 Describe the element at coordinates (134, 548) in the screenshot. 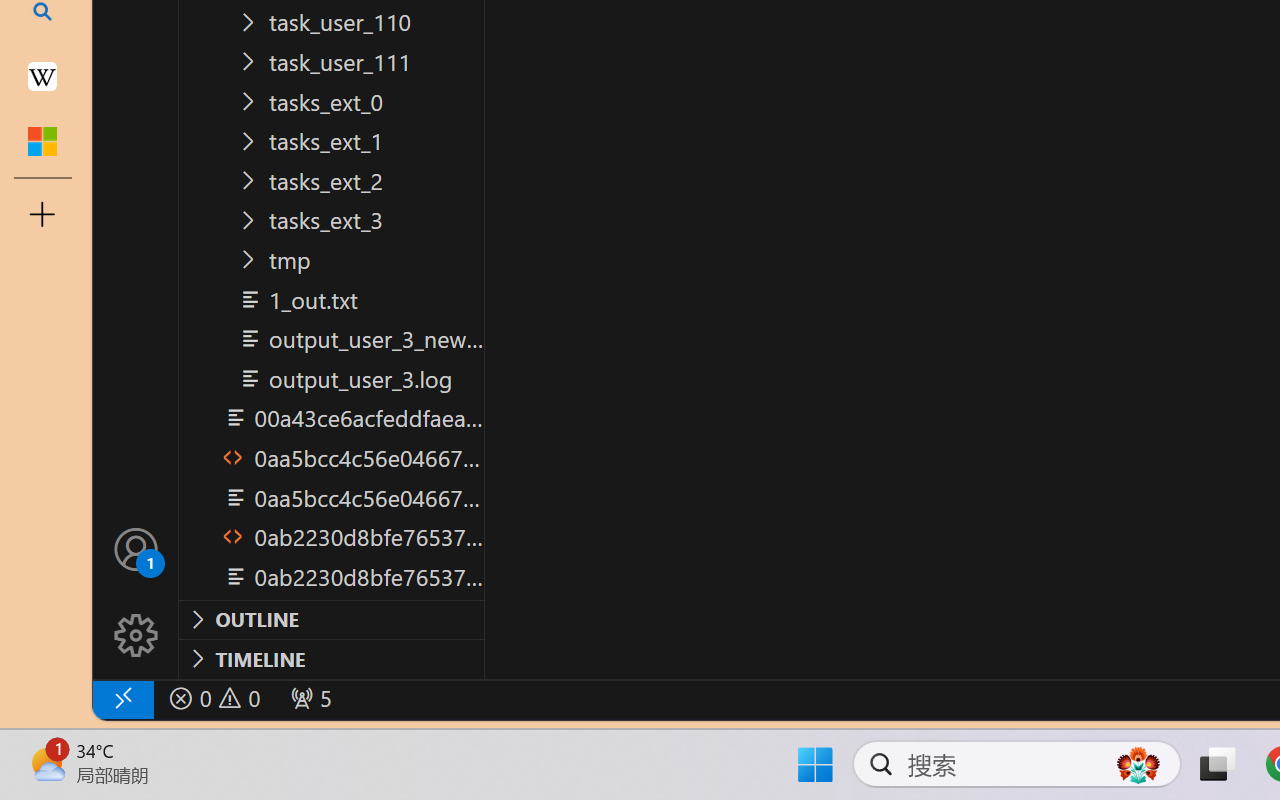

I see `'Accounts - Sign in requested'` at that location.